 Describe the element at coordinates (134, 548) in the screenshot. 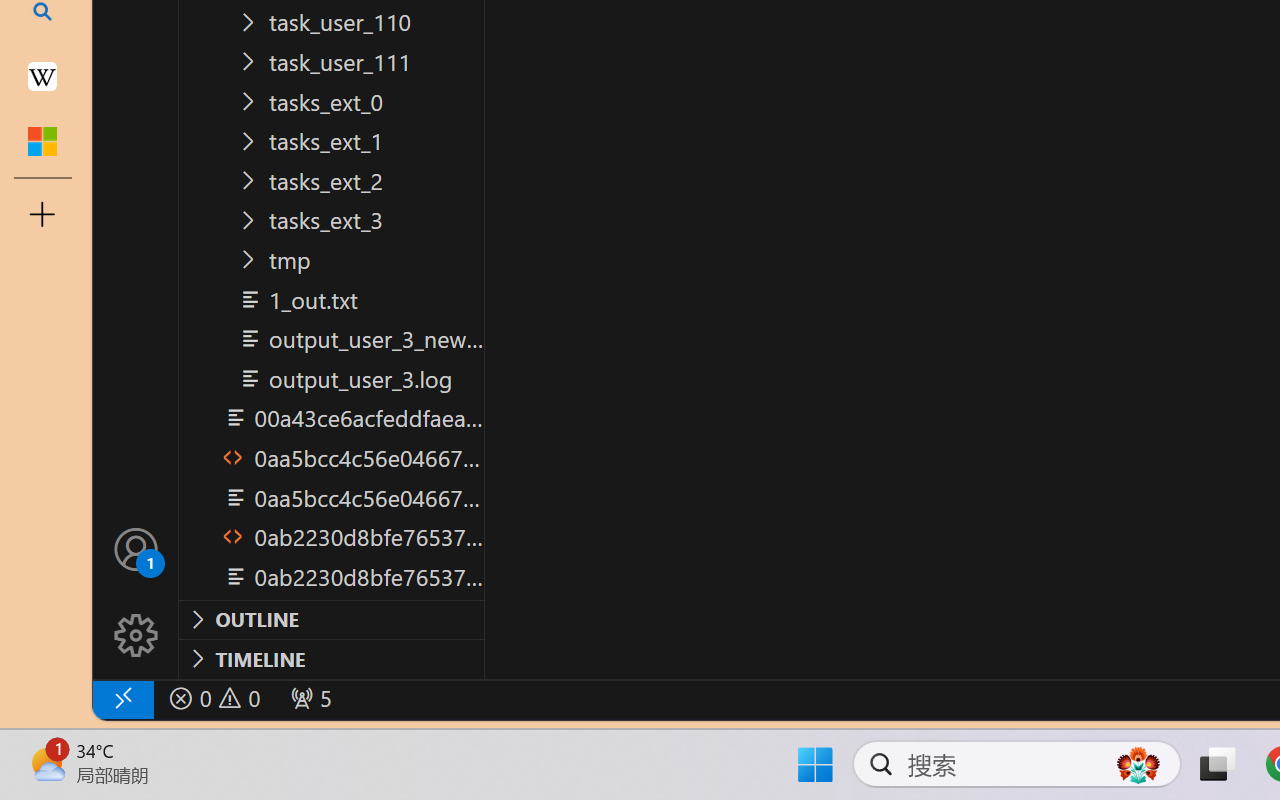

I see `'Accounts - Sign in requested'` at that location.